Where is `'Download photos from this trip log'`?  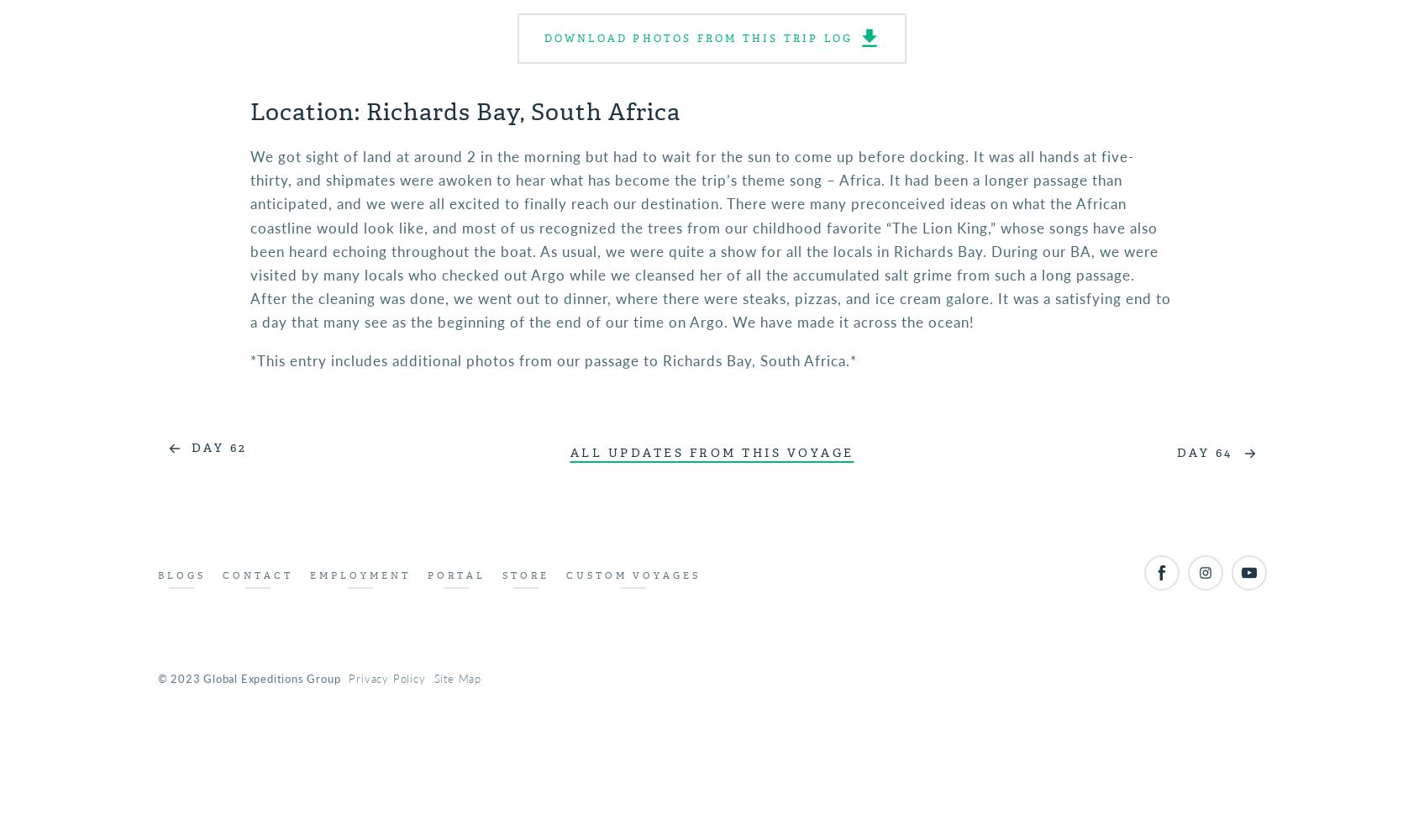
'Download photos from this trip log' is located at coordinates (698, 38).